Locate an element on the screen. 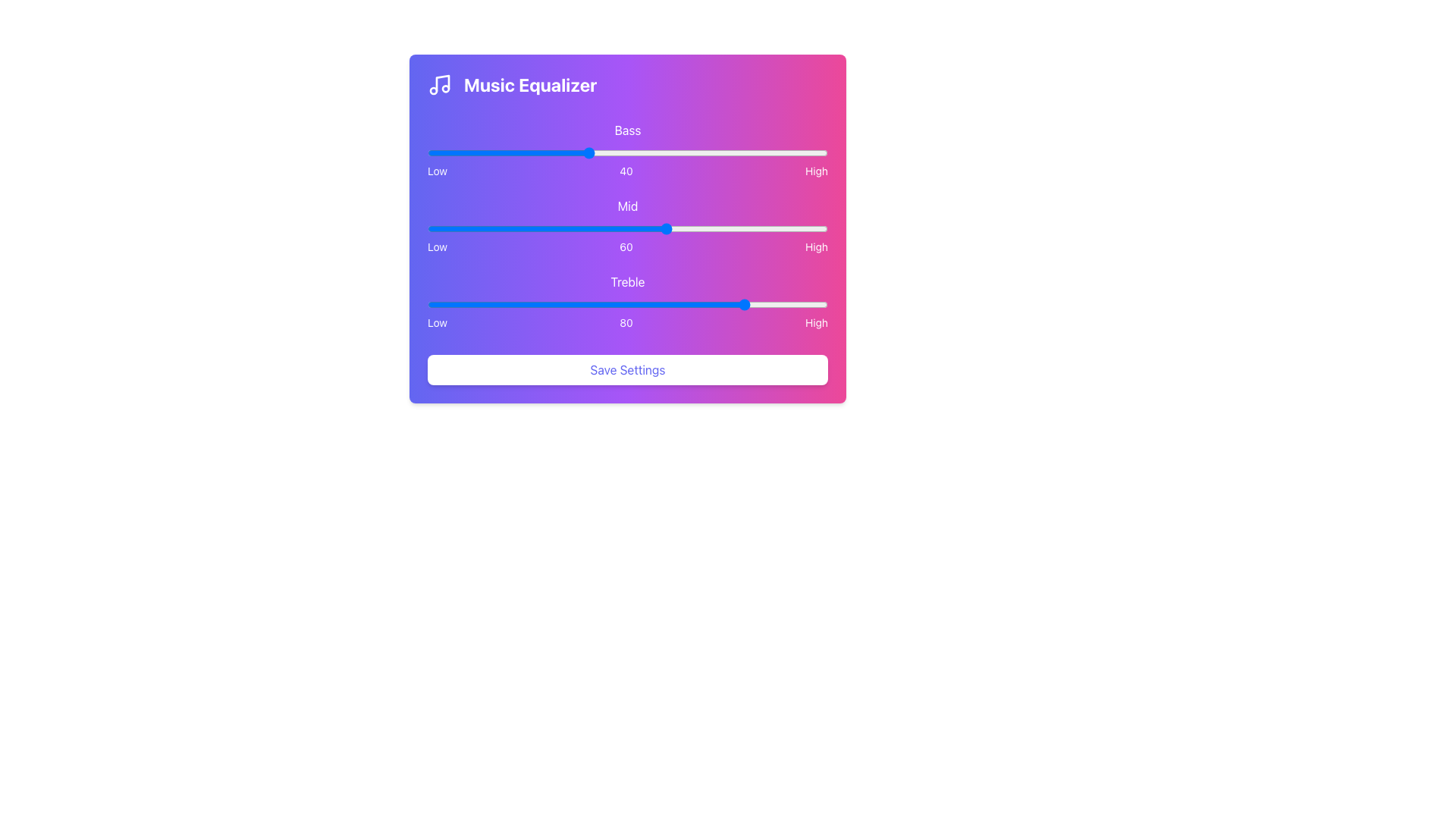  the bass level is located at coordinates (799, 152).